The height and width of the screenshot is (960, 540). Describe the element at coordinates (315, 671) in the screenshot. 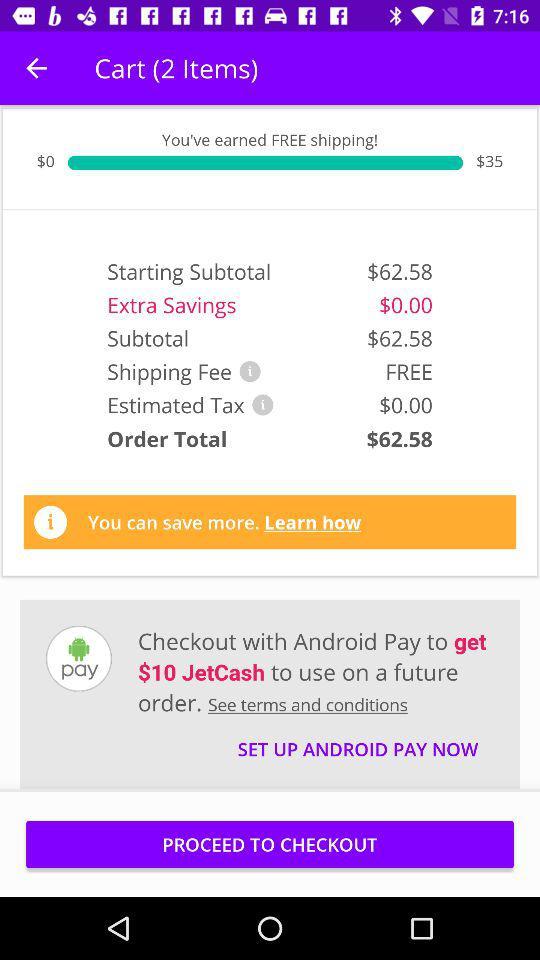

I see `checkout with android icon` at that location.